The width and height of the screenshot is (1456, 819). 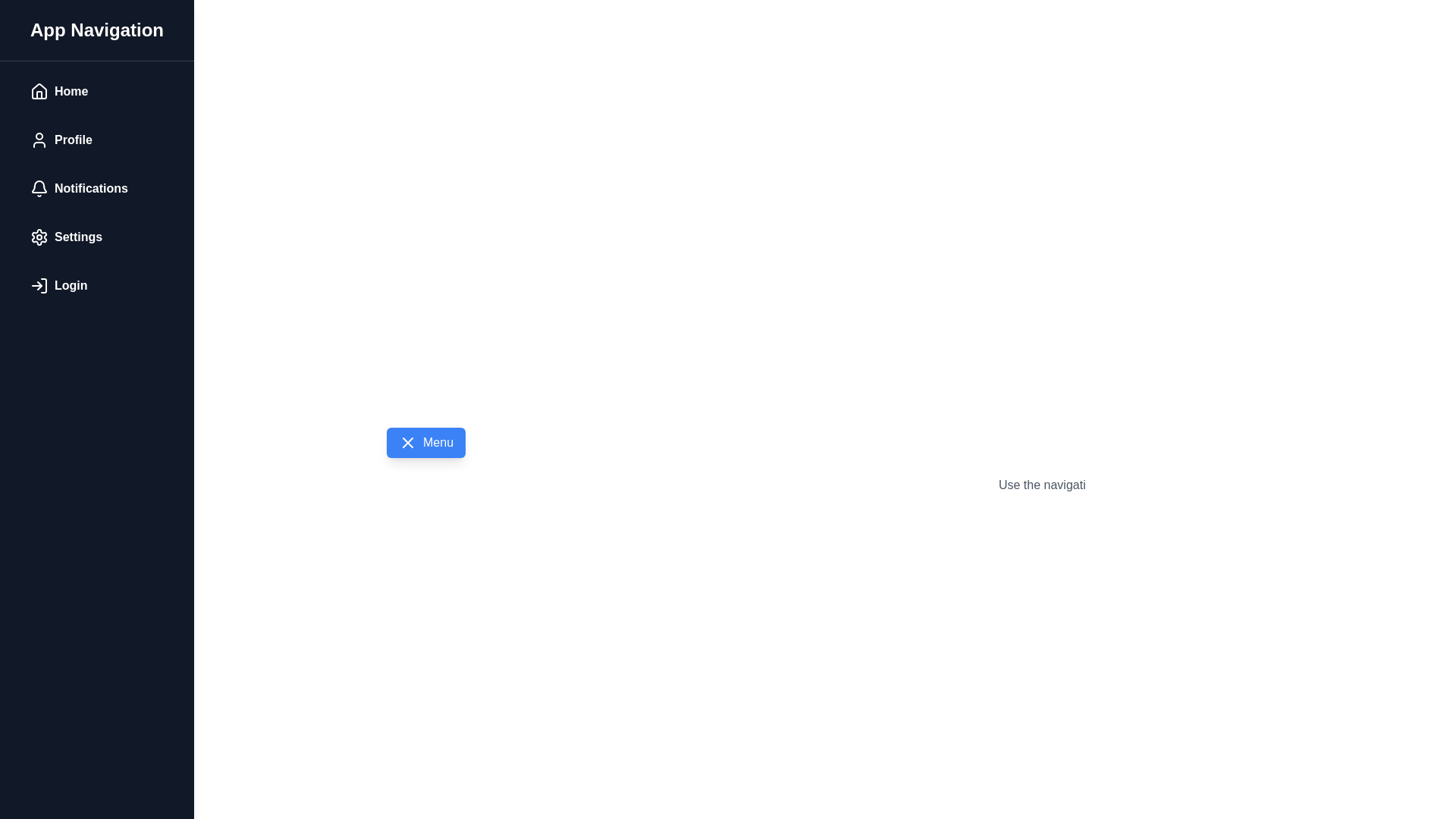 I want to click on the 'Settings' text label element located in the left sidebar navigation menu, so click(x=77, y=237).